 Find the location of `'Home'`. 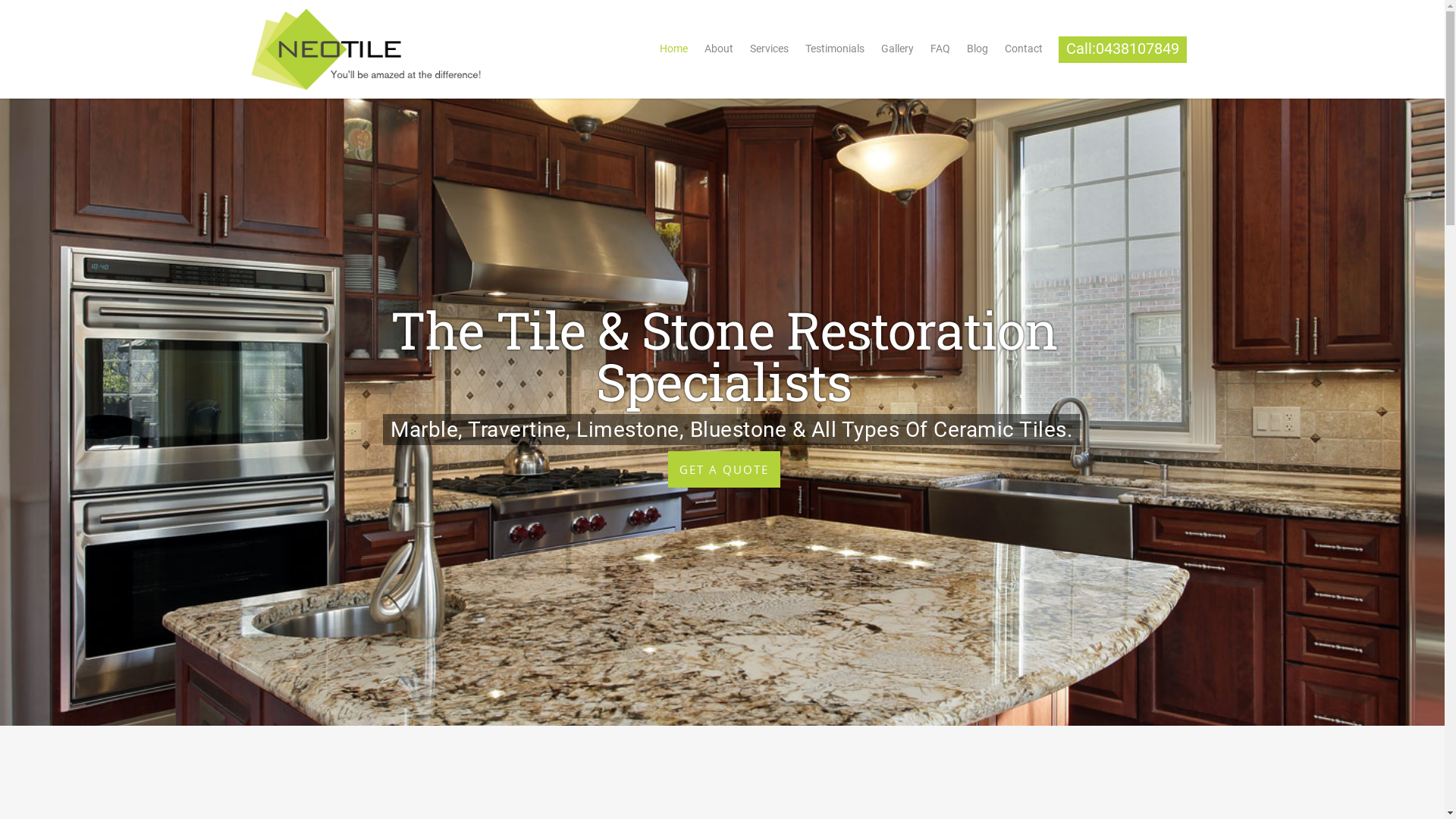

'Home' is located at coordinates (673, 52).